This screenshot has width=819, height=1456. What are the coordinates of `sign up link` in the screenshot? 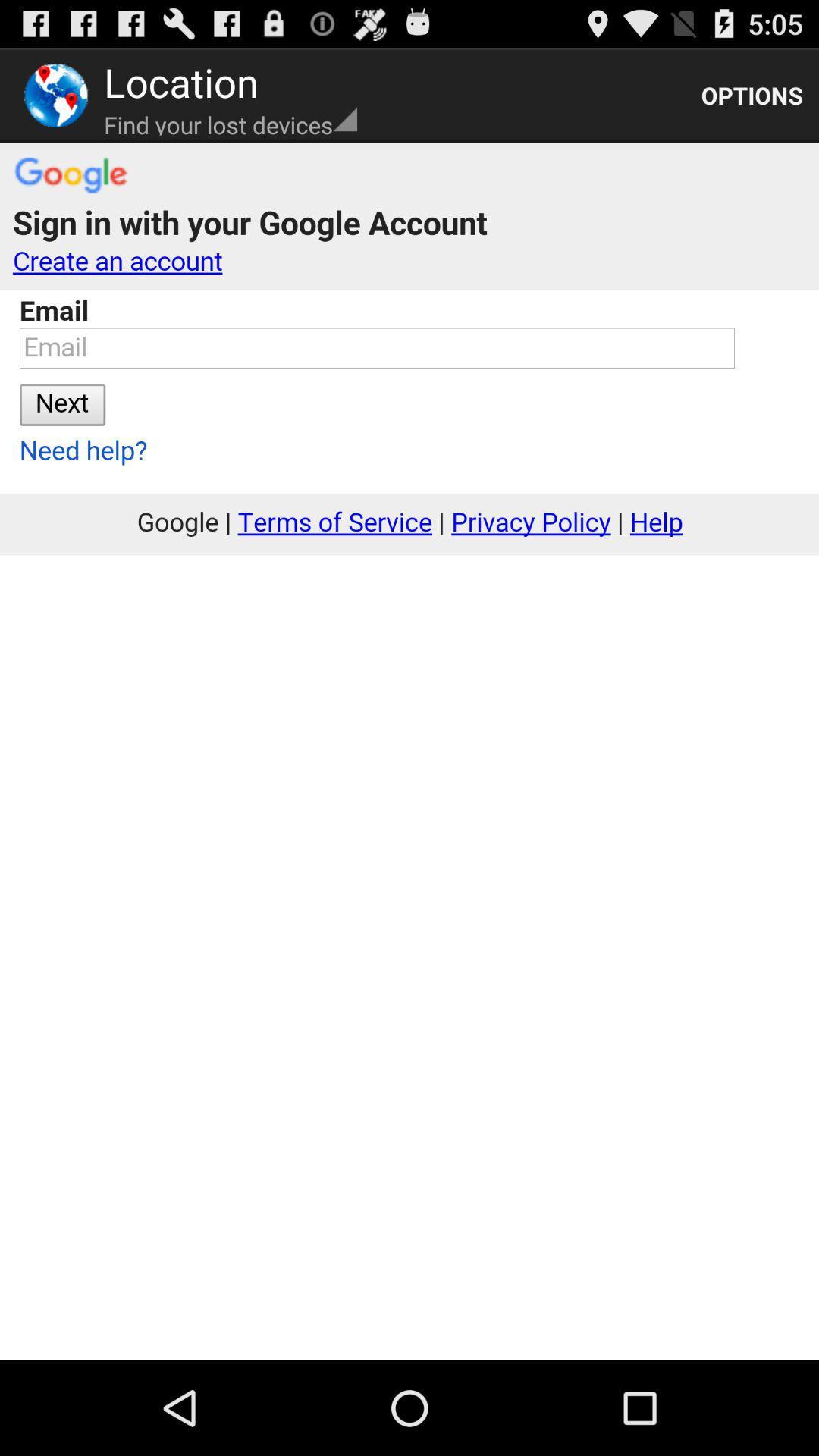 It's located at (409, 752).